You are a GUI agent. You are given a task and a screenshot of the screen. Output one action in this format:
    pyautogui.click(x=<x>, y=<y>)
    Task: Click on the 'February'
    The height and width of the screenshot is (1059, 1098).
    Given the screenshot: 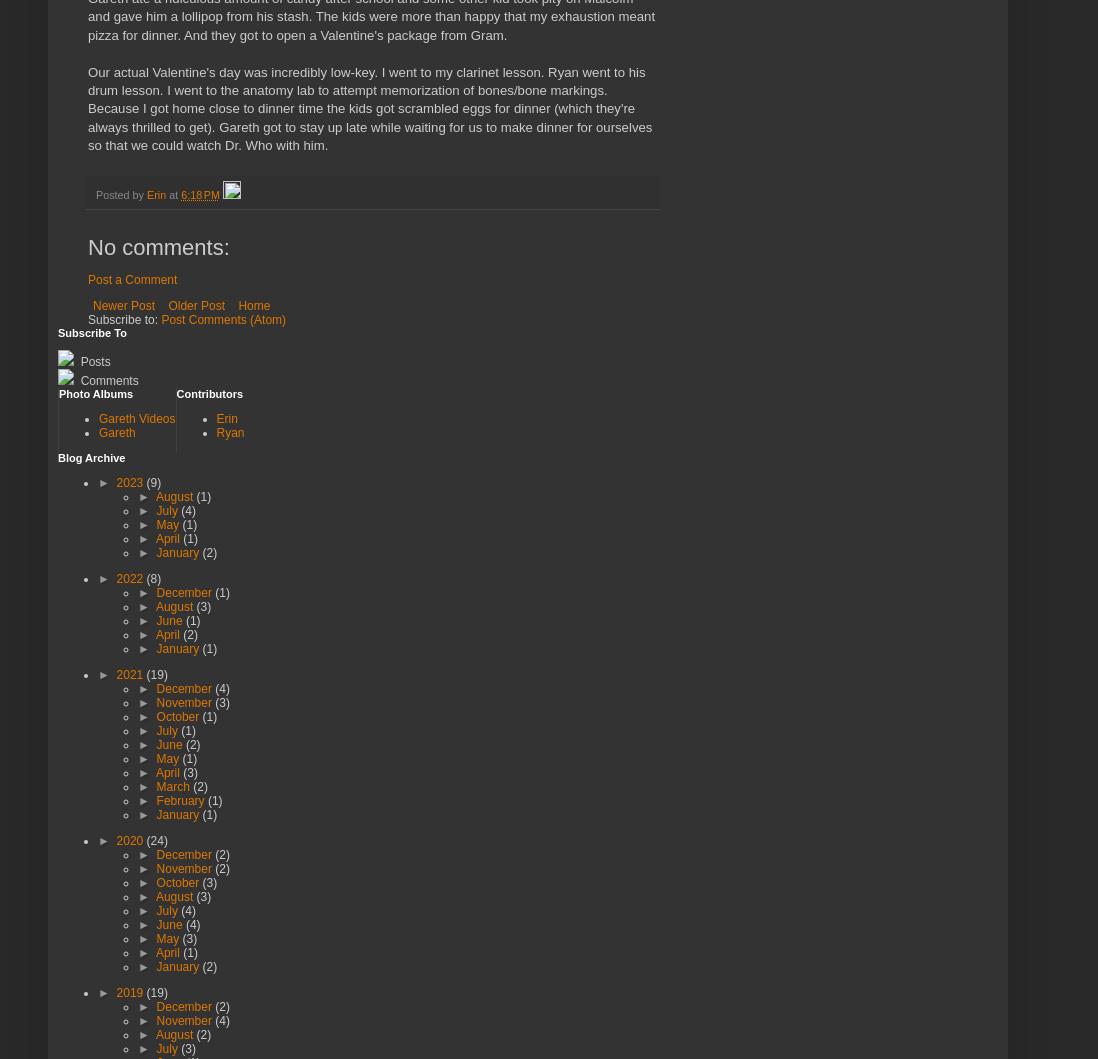 What is the action you would take?
    pyautogui.click(x=181, y=800)
    